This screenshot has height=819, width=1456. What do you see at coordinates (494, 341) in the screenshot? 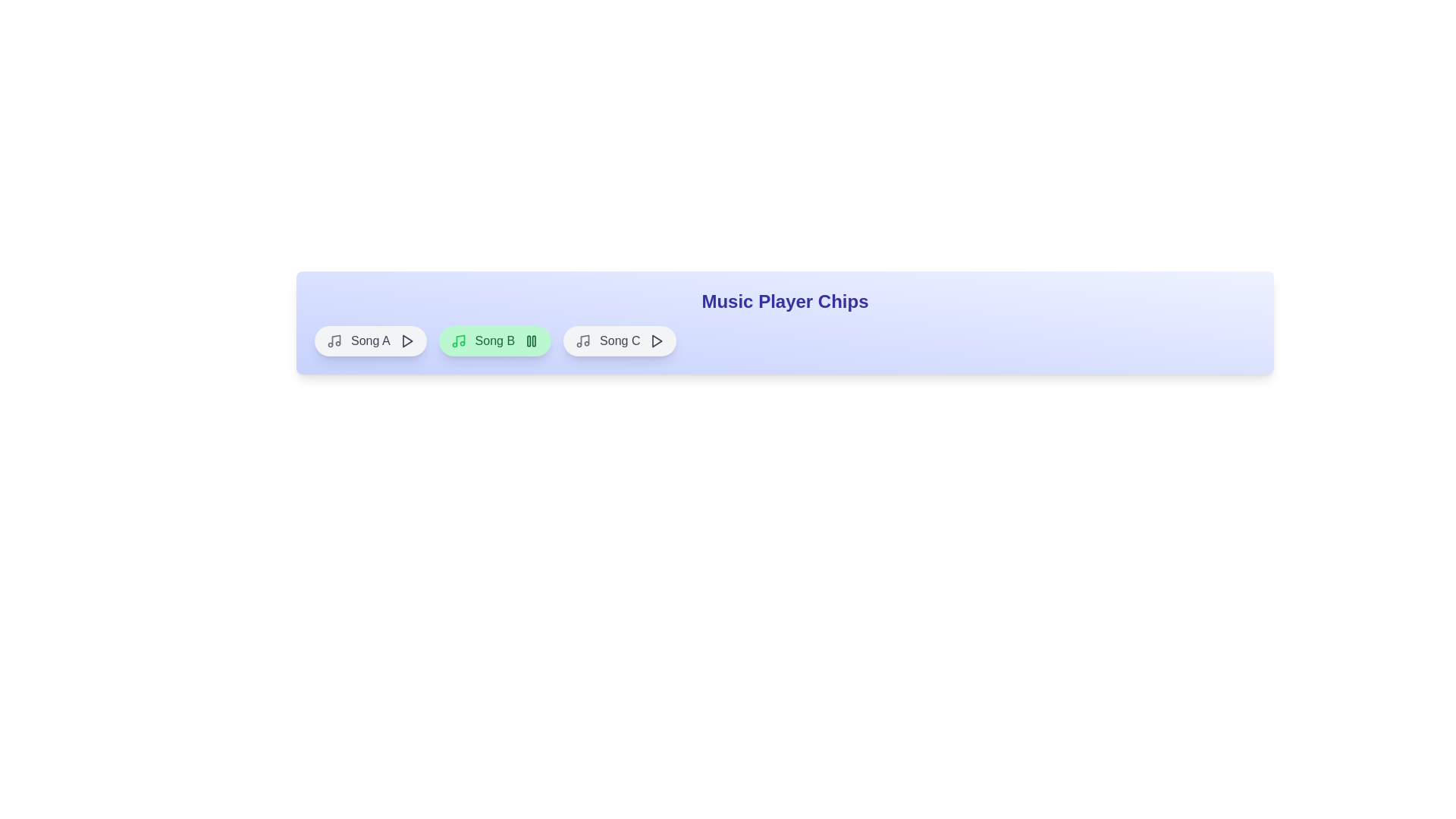
I see `the song chip corresponding to Song B to toggle its play/pause state` at bounding box center [494, 341].